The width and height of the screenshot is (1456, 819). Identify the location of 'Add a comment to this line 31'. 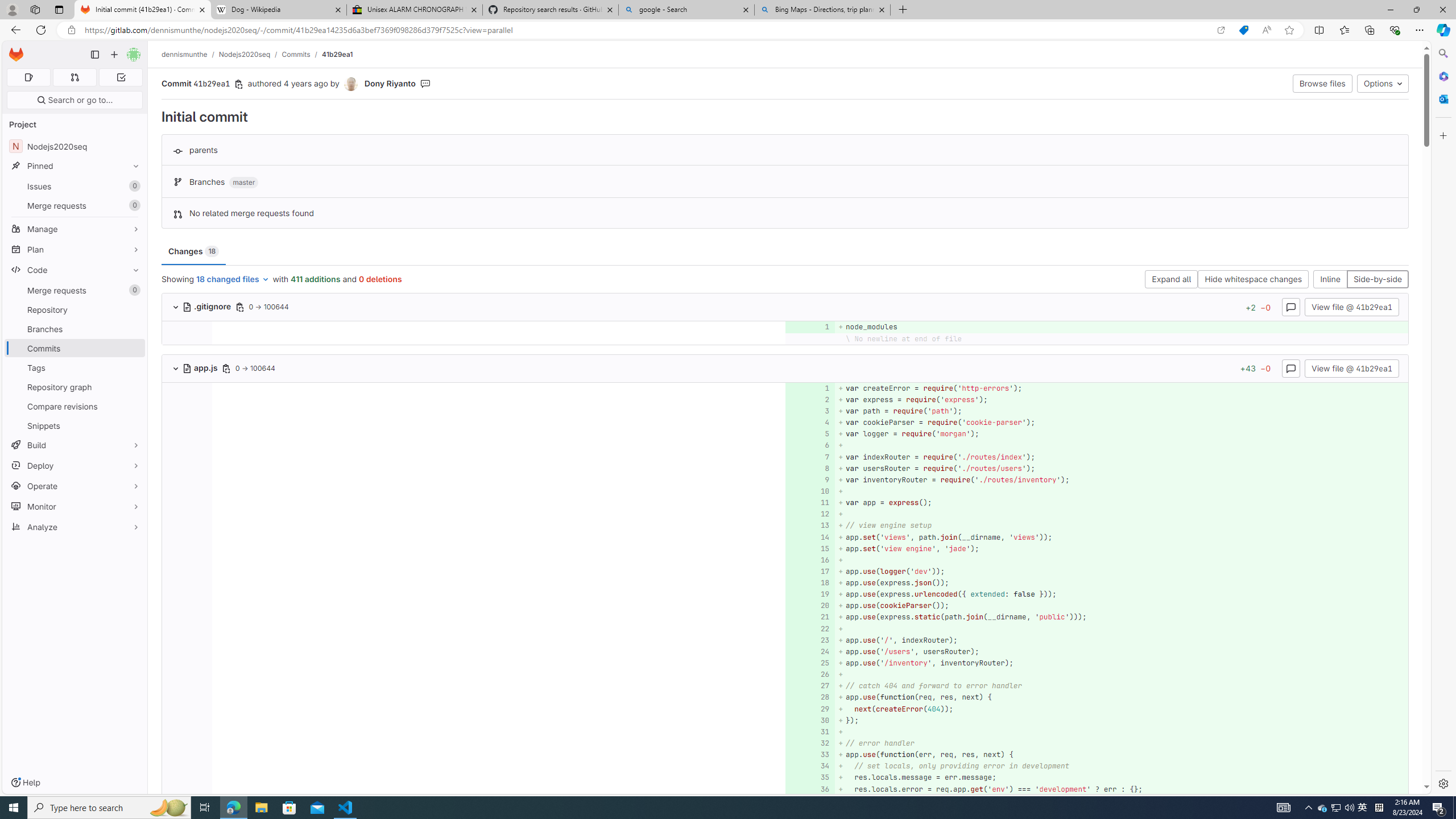
(809, 731).